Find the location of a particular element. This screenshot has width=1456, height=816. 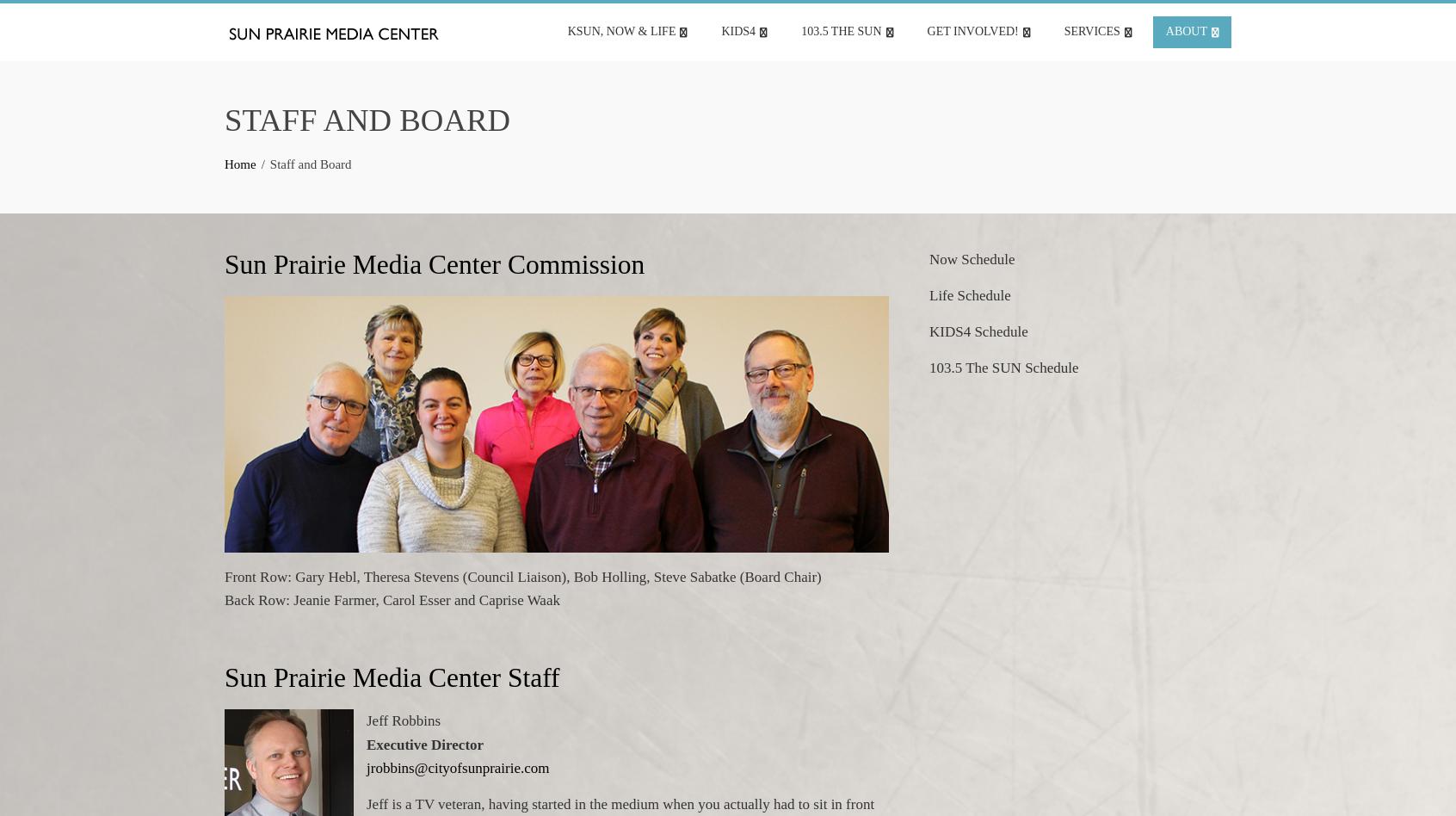

'Home' is located at coordinates (240, 162).